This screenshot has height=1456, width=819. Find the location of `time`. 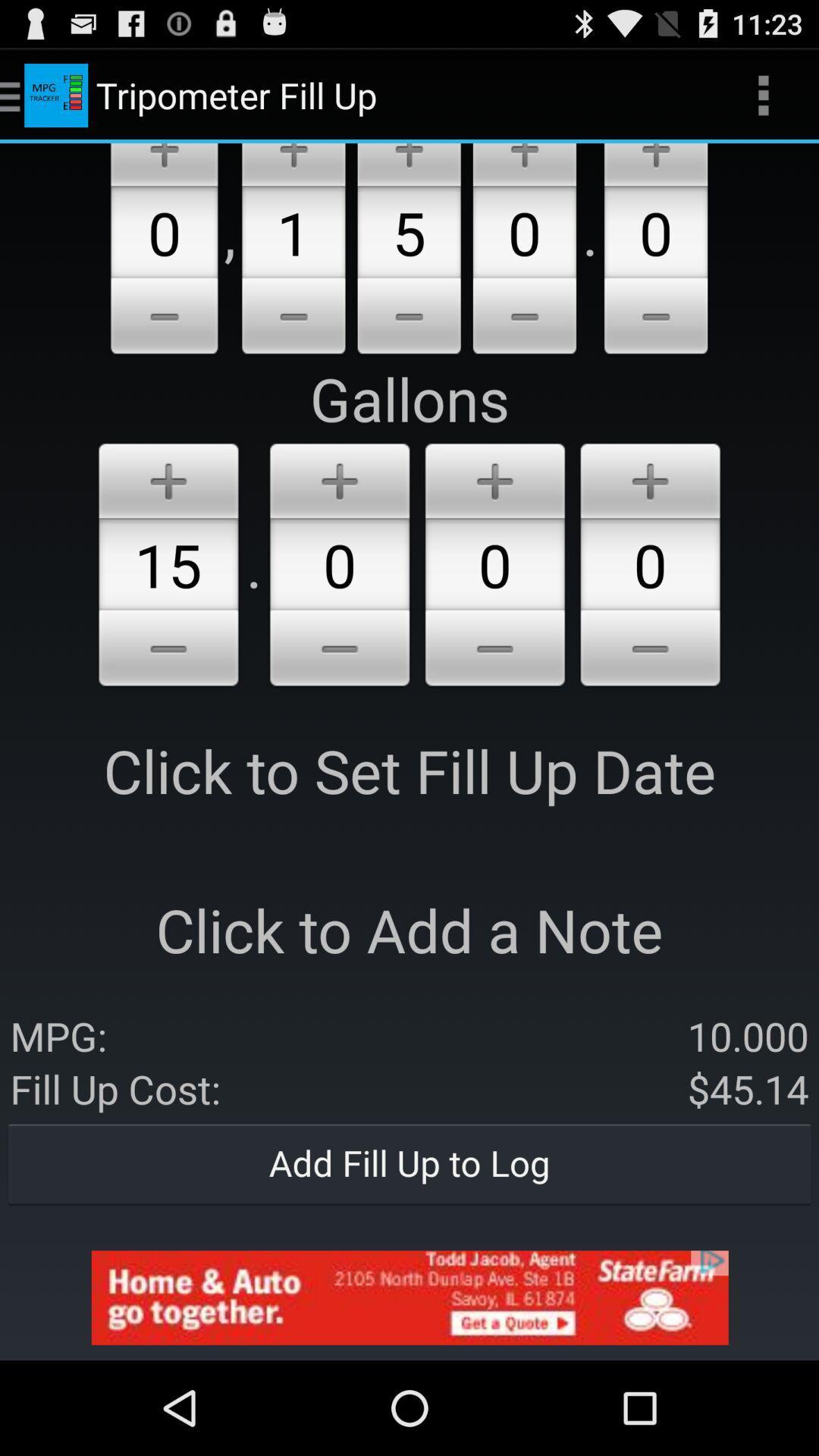

time is located at coordinates (339, 651).